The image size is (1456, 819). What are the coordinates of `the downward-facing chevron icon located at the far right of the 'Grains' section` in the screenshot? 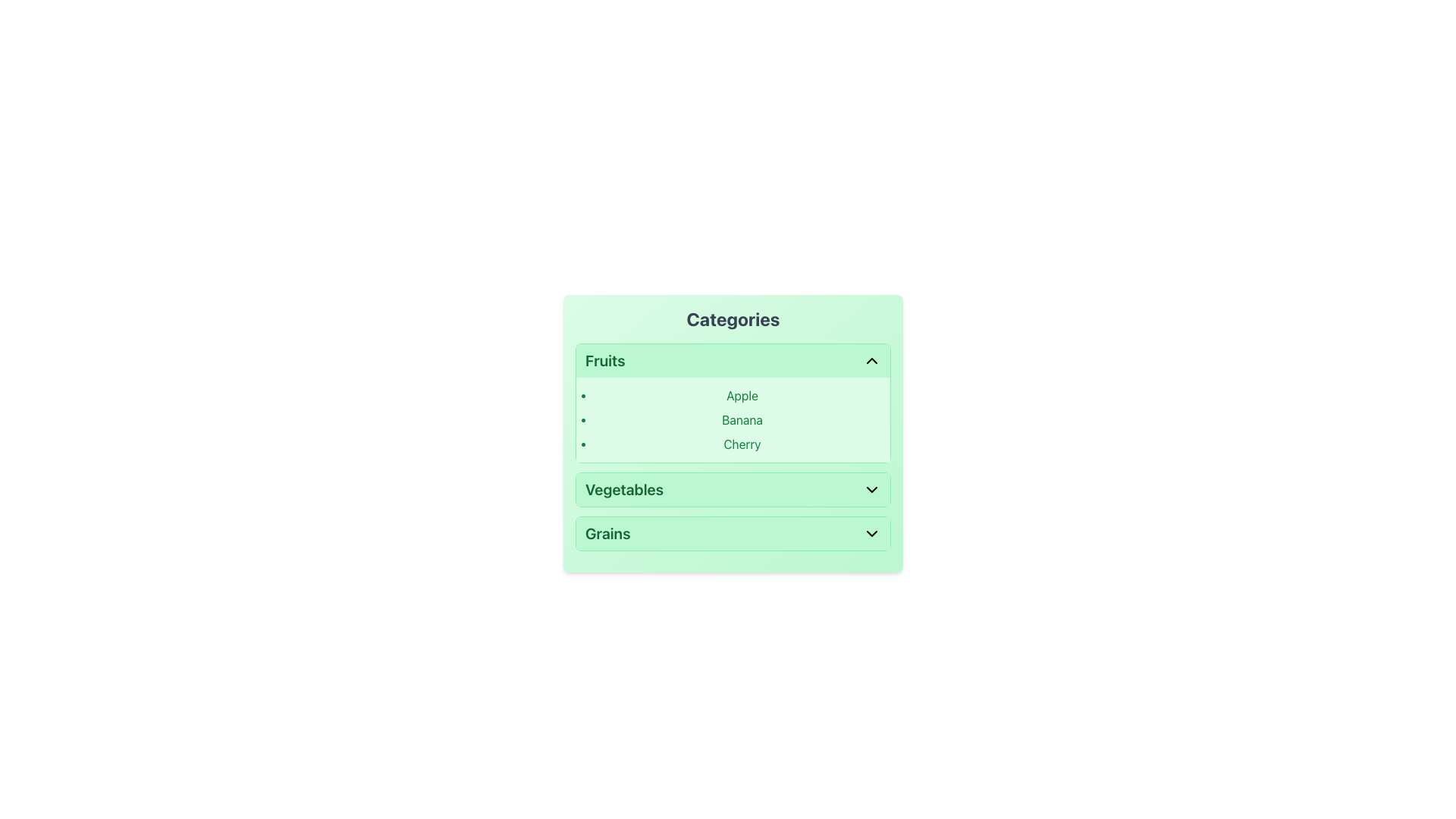 It's located at (872, 533).